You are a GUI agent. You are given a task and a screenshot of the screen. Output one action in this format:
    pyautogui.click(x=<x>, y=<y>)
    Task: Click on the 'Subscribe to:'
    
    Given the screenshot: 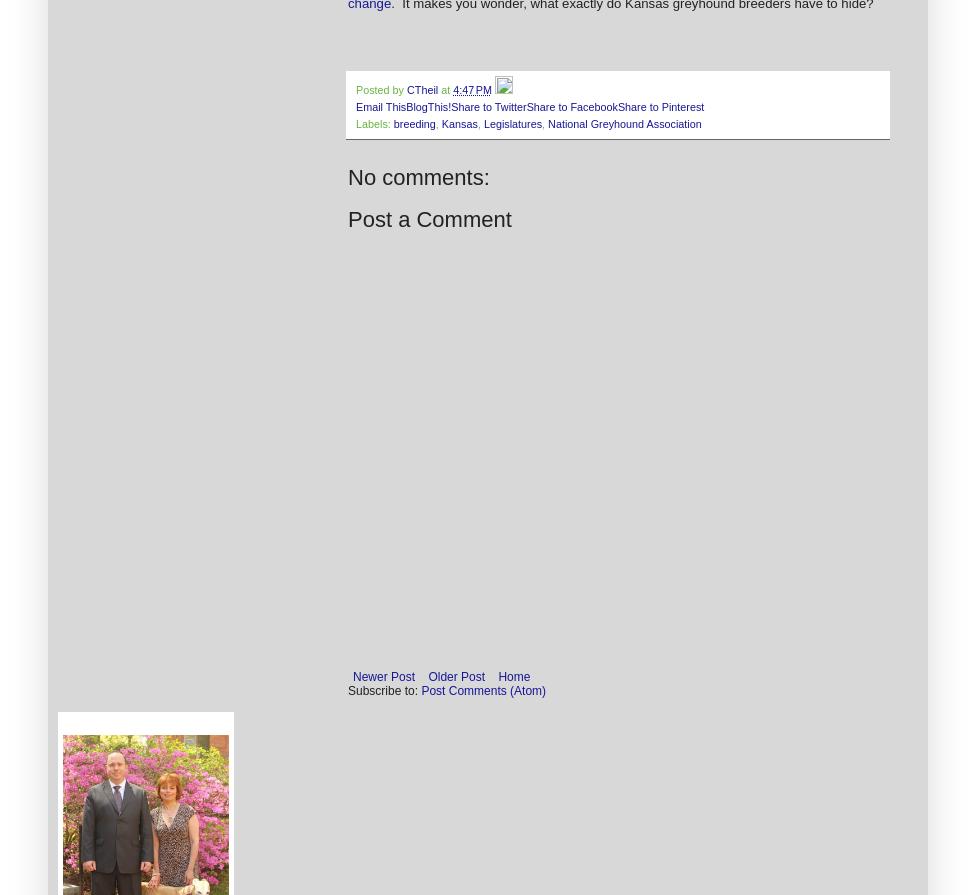 What is the action you would take?
    pyautogui.click(x=383, y=690)
    